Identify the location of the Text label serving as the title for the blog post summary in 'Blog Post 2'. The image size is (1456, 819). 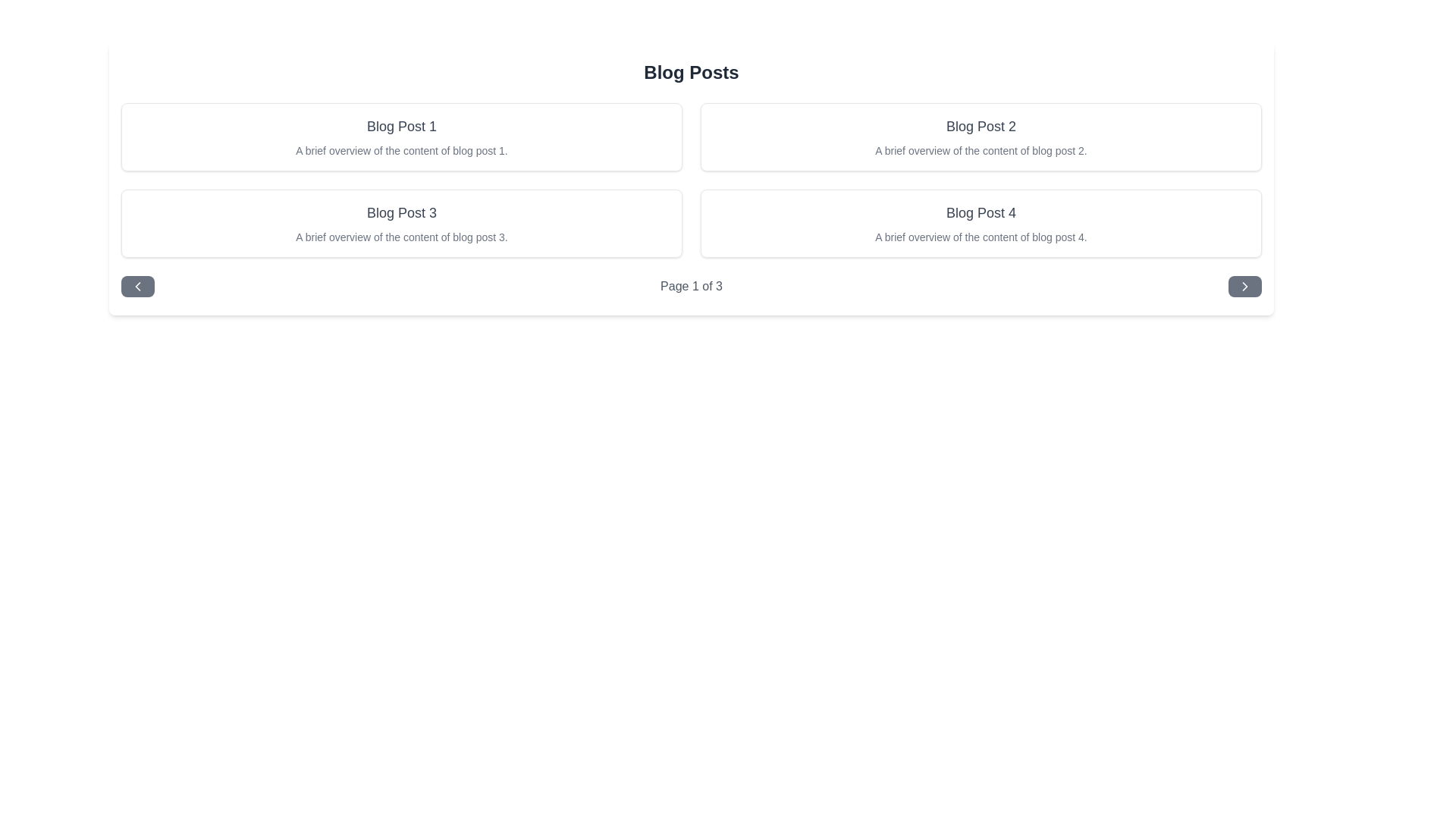
(981, 125).